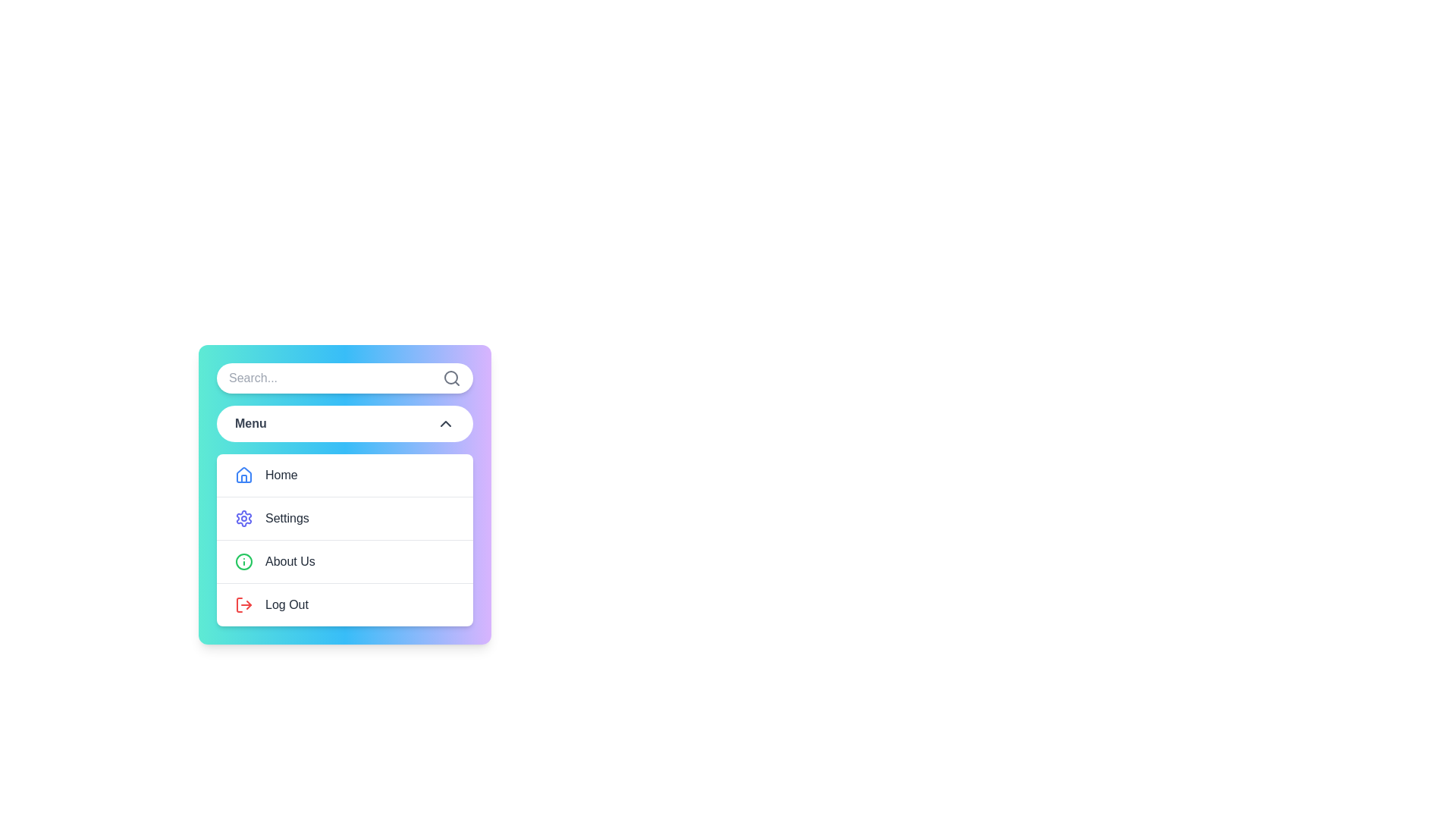 The width and height of the screenshot is (1456, 819). What do you see at coordinates (243, 473) in the screenshot?
I see `the 'Home' menu icon, which is the upper part of a house icon located to the left of the 'Home' menu item in a vertical list of menu options` at bounding box center [243, 473].